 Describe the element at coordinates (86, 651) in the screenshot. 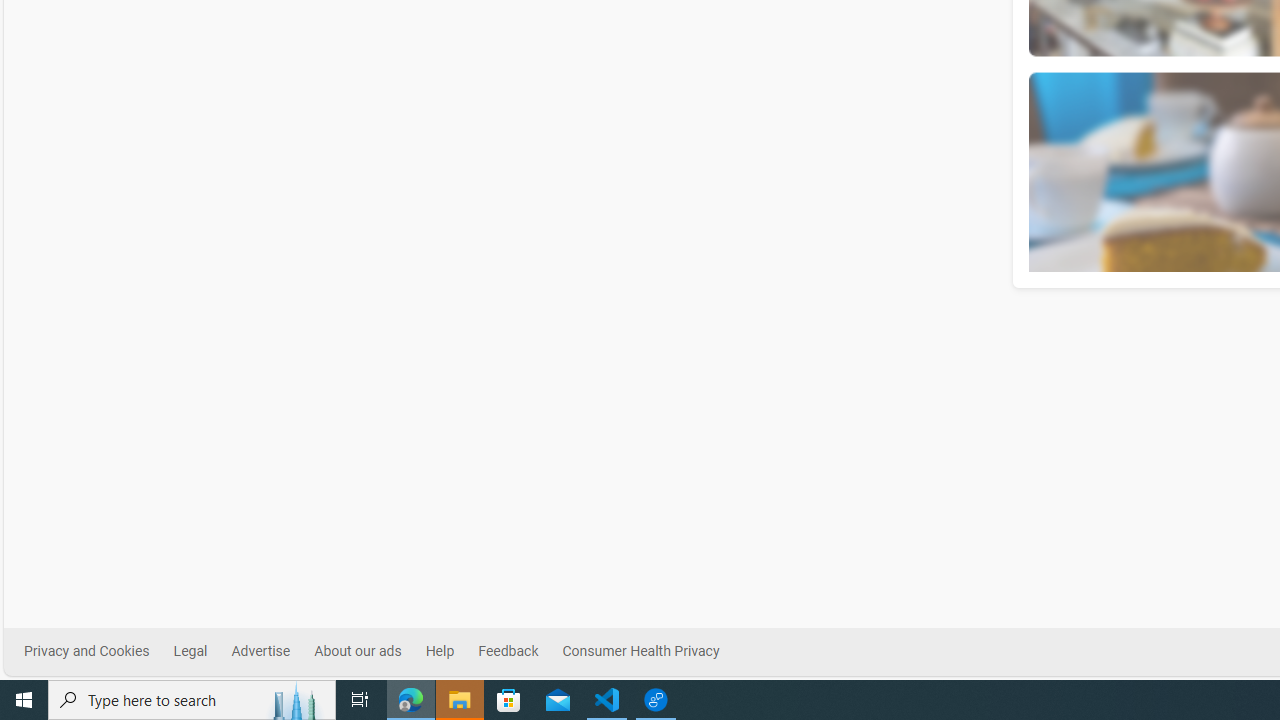

I see `'Privacy and Cookies'` at that location.